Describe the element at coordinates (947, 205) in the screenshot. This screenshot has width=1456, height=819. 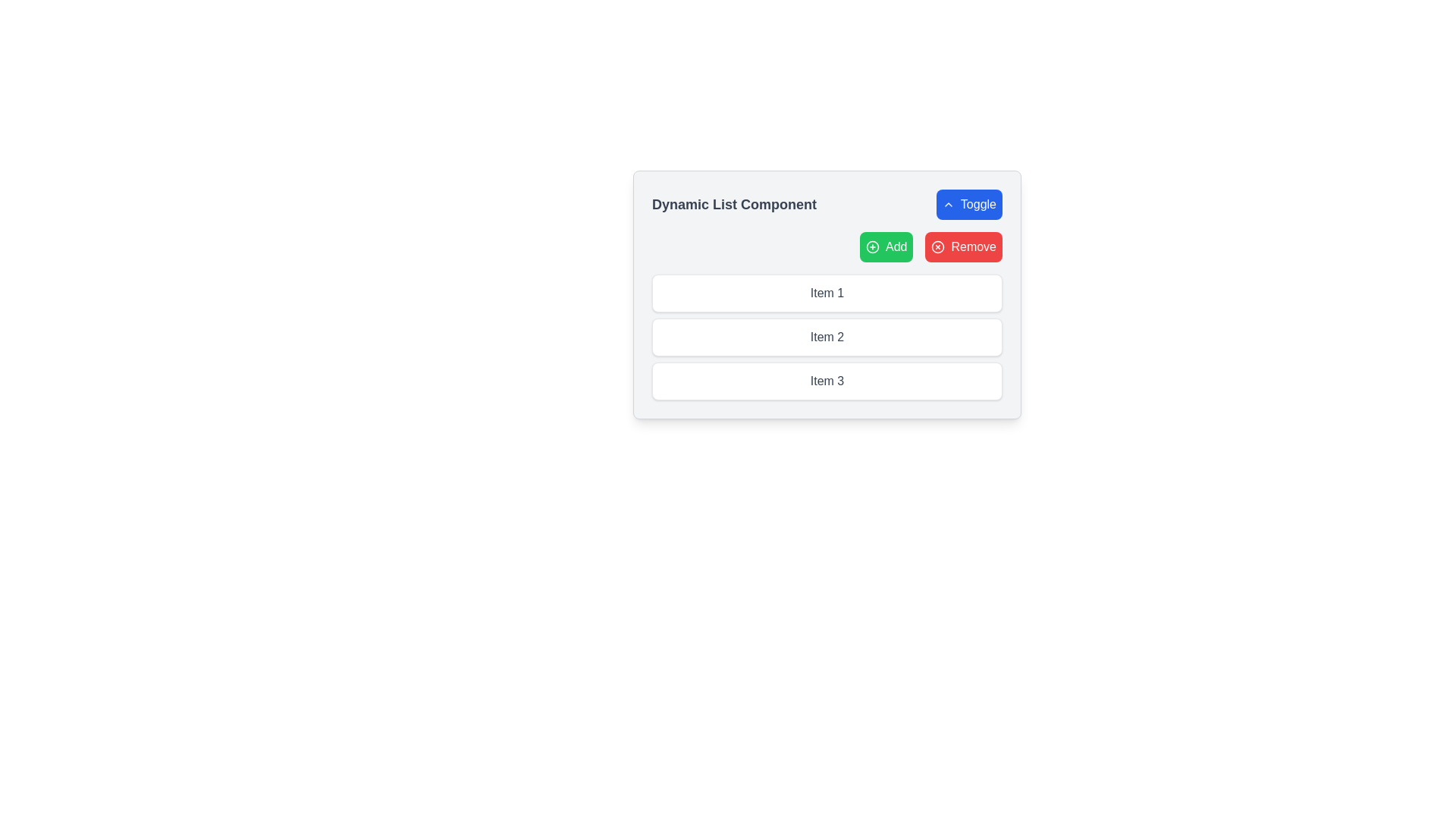
I see `the chevron-up icon within the blue button located in the top-right section of the interface` at that location.